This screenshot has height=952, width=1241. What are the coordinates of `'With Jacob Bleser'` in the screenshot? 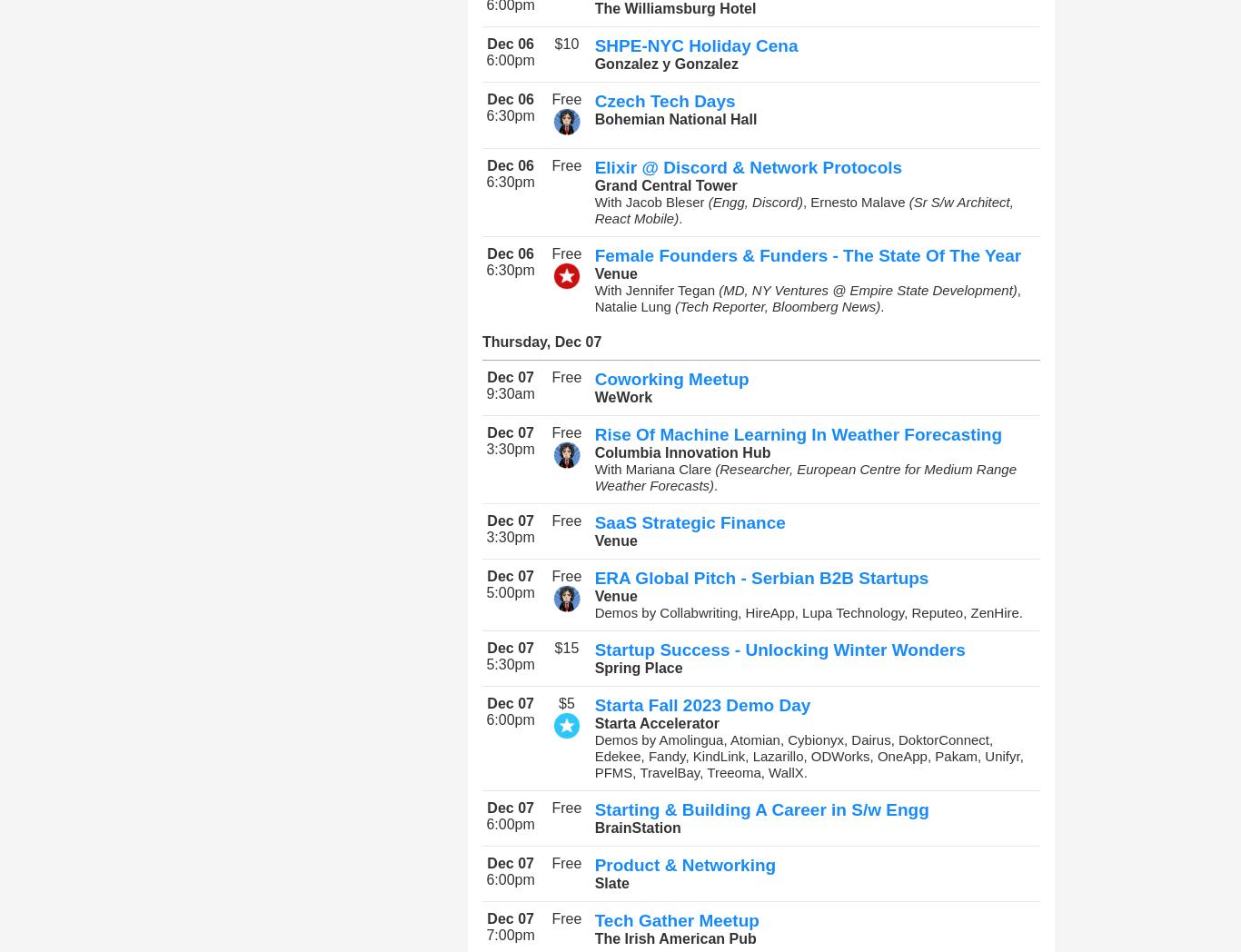 It's located at (650, 202).